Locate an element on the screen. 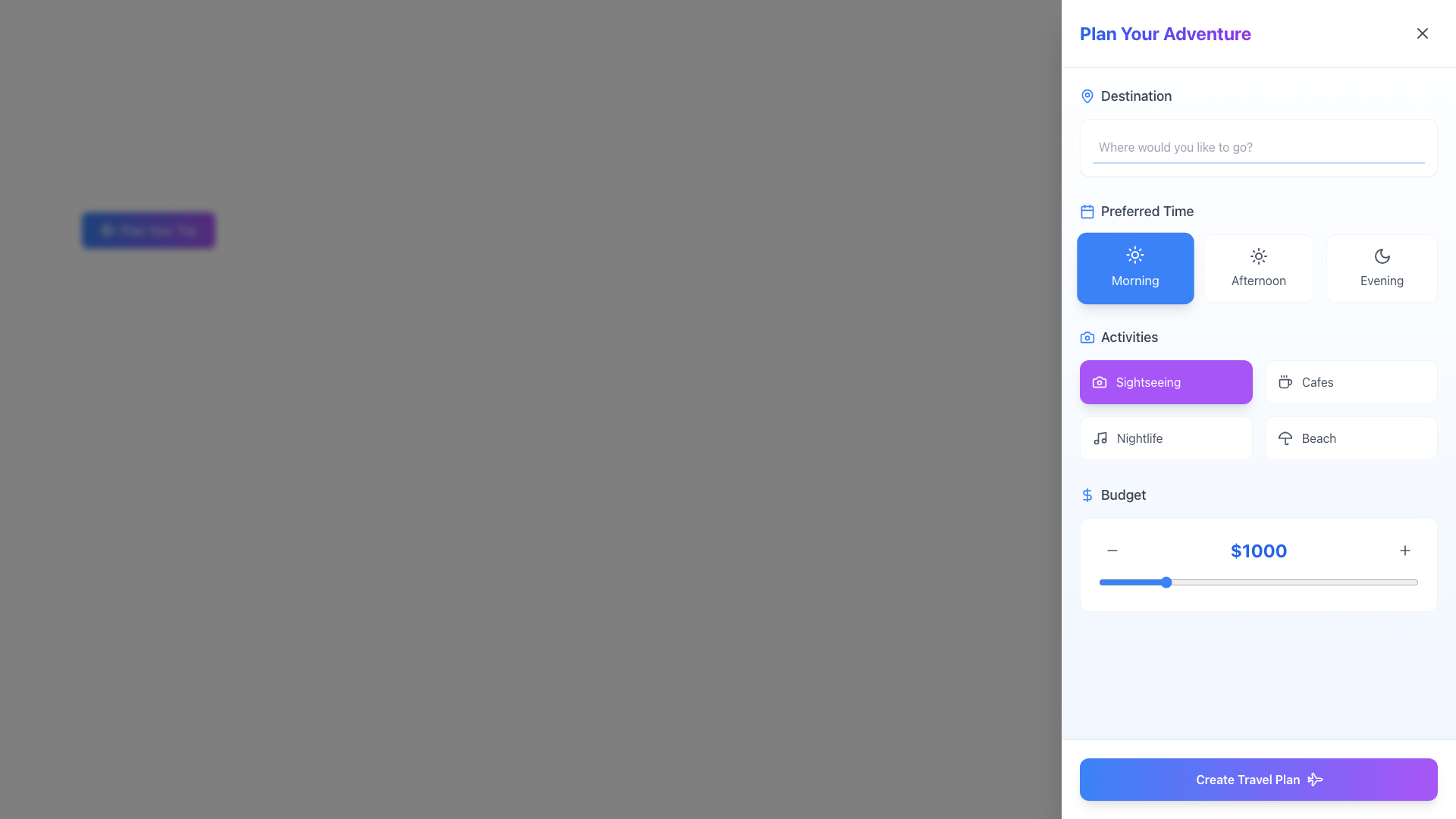 Image resolution: width=1456 pixels, height=819 pixels. the 'Evening' selection button located under the 'Preferred Time' section is located at coordinates (1382, 268).